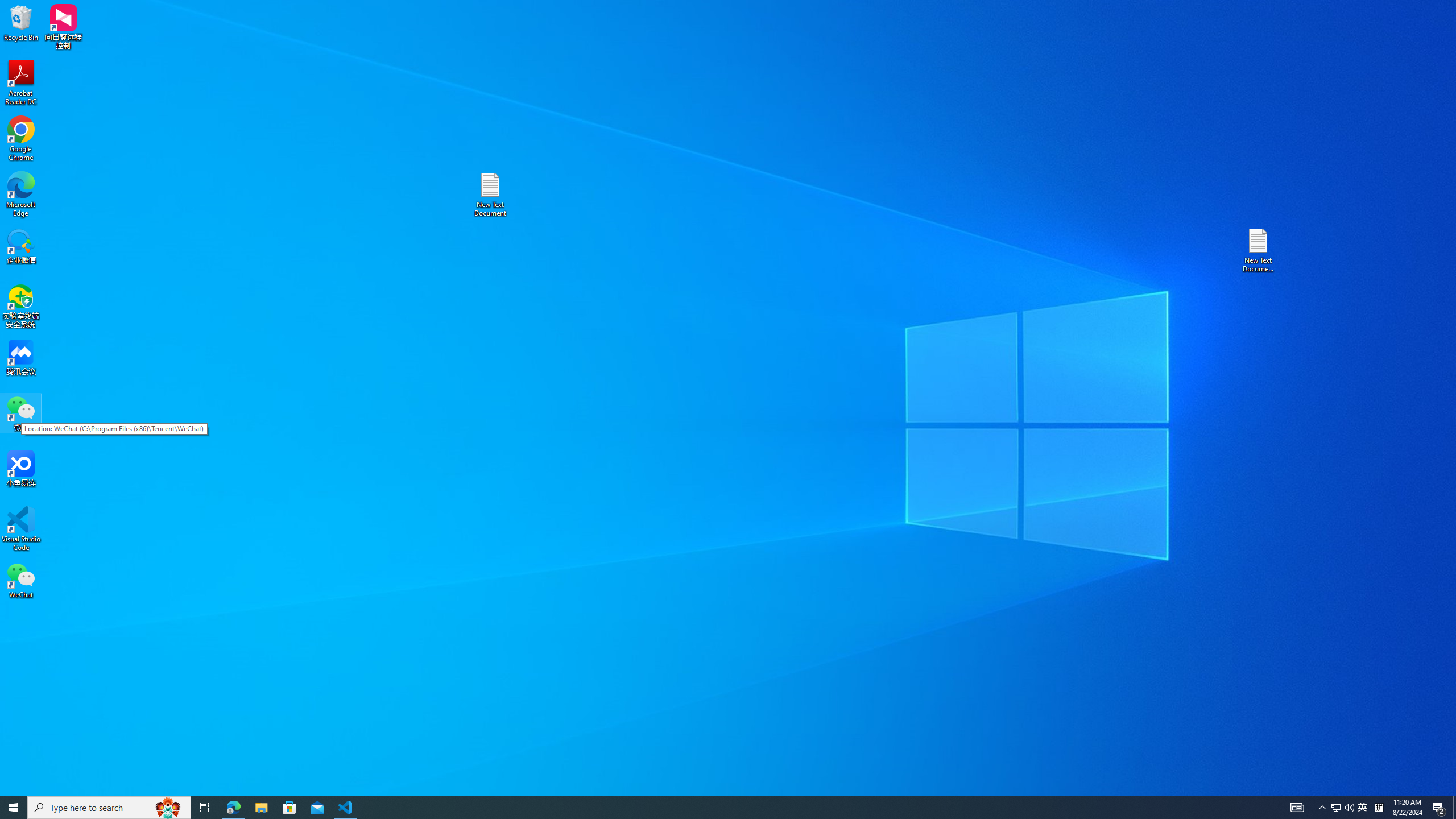  What do you see at coordinates (20, 194) in the screenshot?
I see `'Microsoft Edge'` at bounding box center [20, 194].